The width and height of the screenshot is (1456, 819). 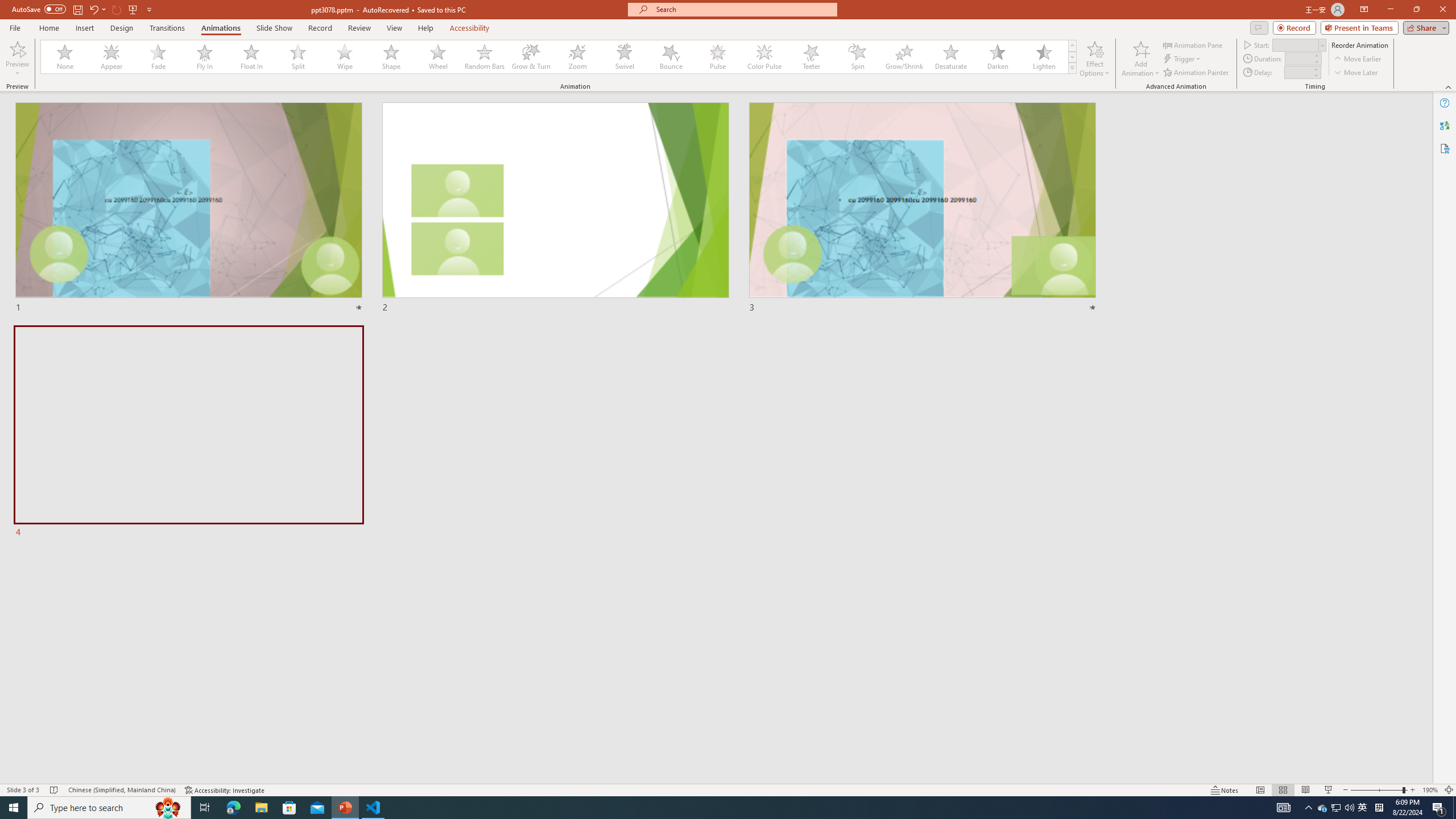 I want to click on 'Grow/Shrink', so click(x=904, y=56).